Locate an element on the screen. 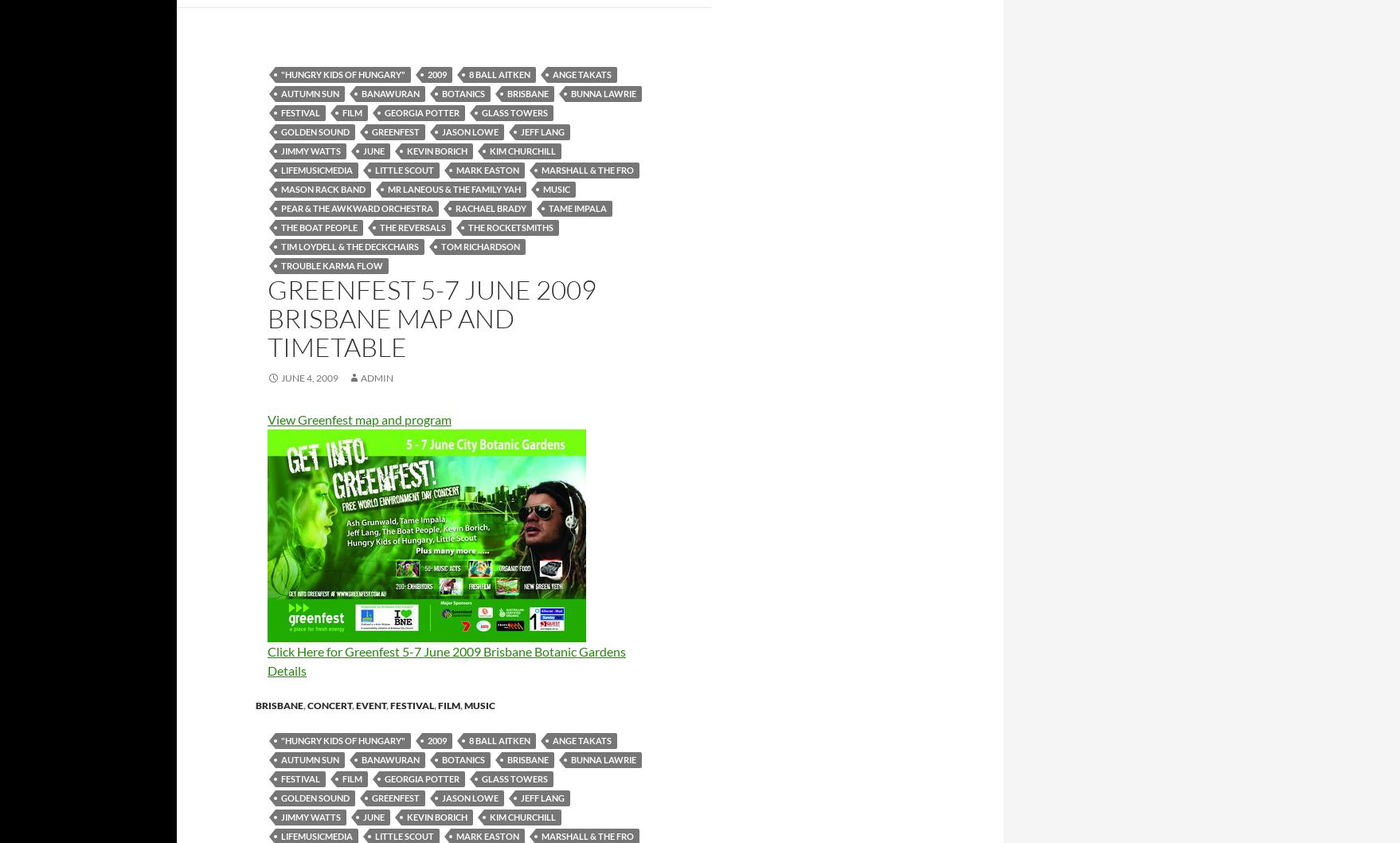 The width and height of the screenshot is (1400, 843). 'Tim Loydell & the Deckchairs' is located at coordinates (350, 245).